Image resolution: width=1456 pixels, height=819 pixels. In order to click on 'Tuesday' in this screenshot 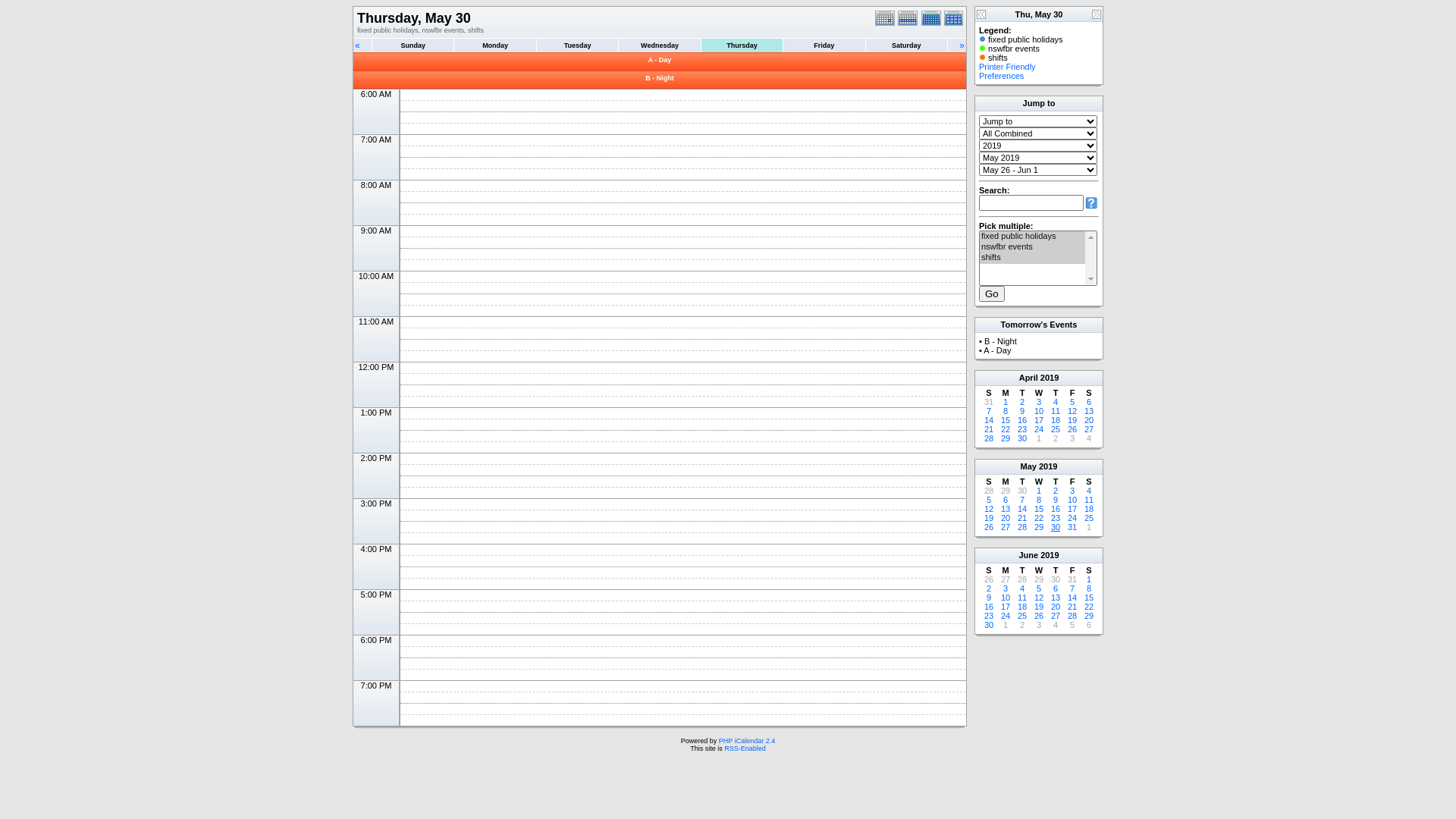, I will do `click(576, 44)`.